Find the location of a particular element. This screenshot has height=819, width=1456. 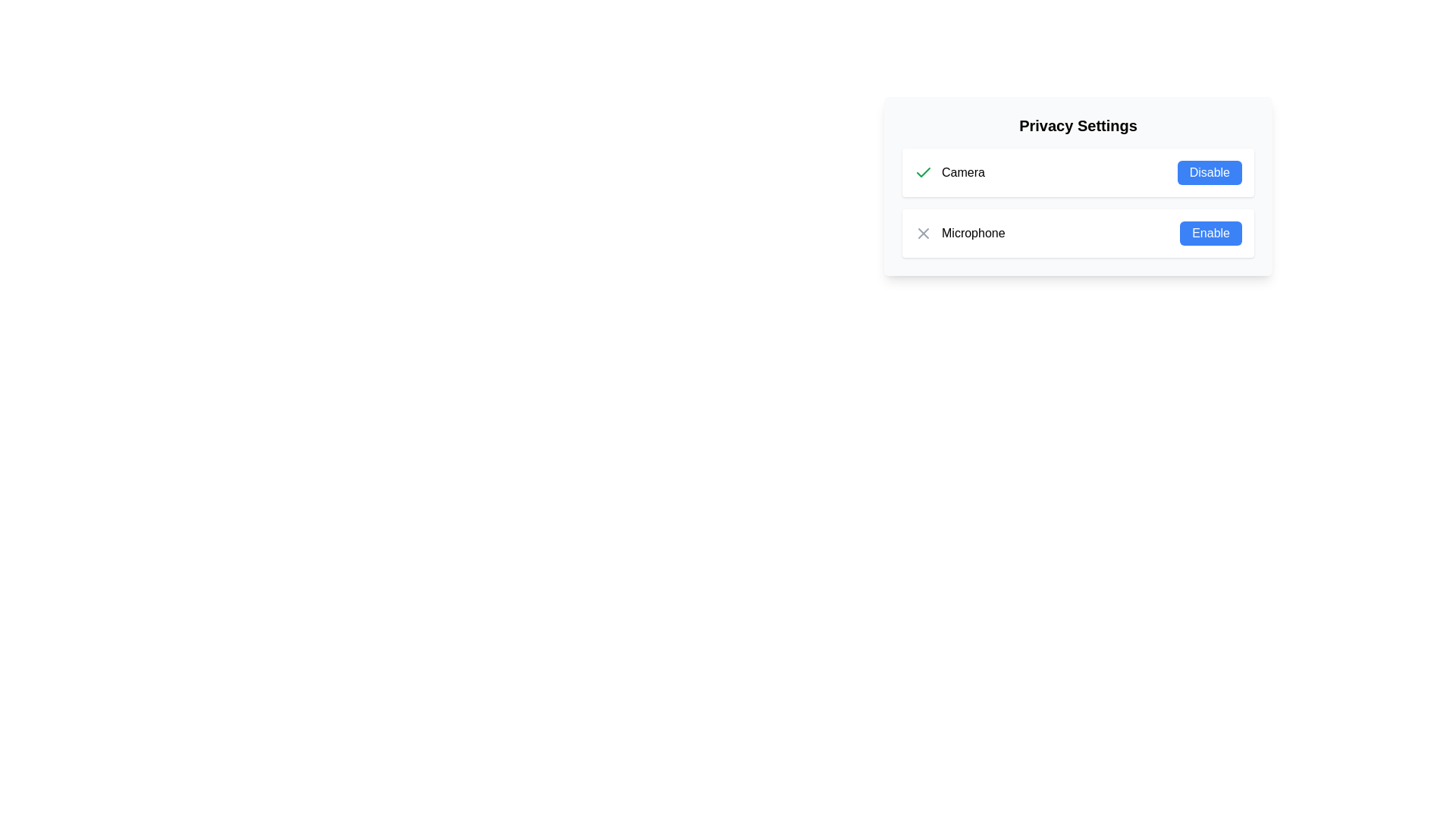

the 'Disable' button with a blue background and white text located in the top right area of the 'Privacy Settings' panel is located at coordinates (1208, 171).